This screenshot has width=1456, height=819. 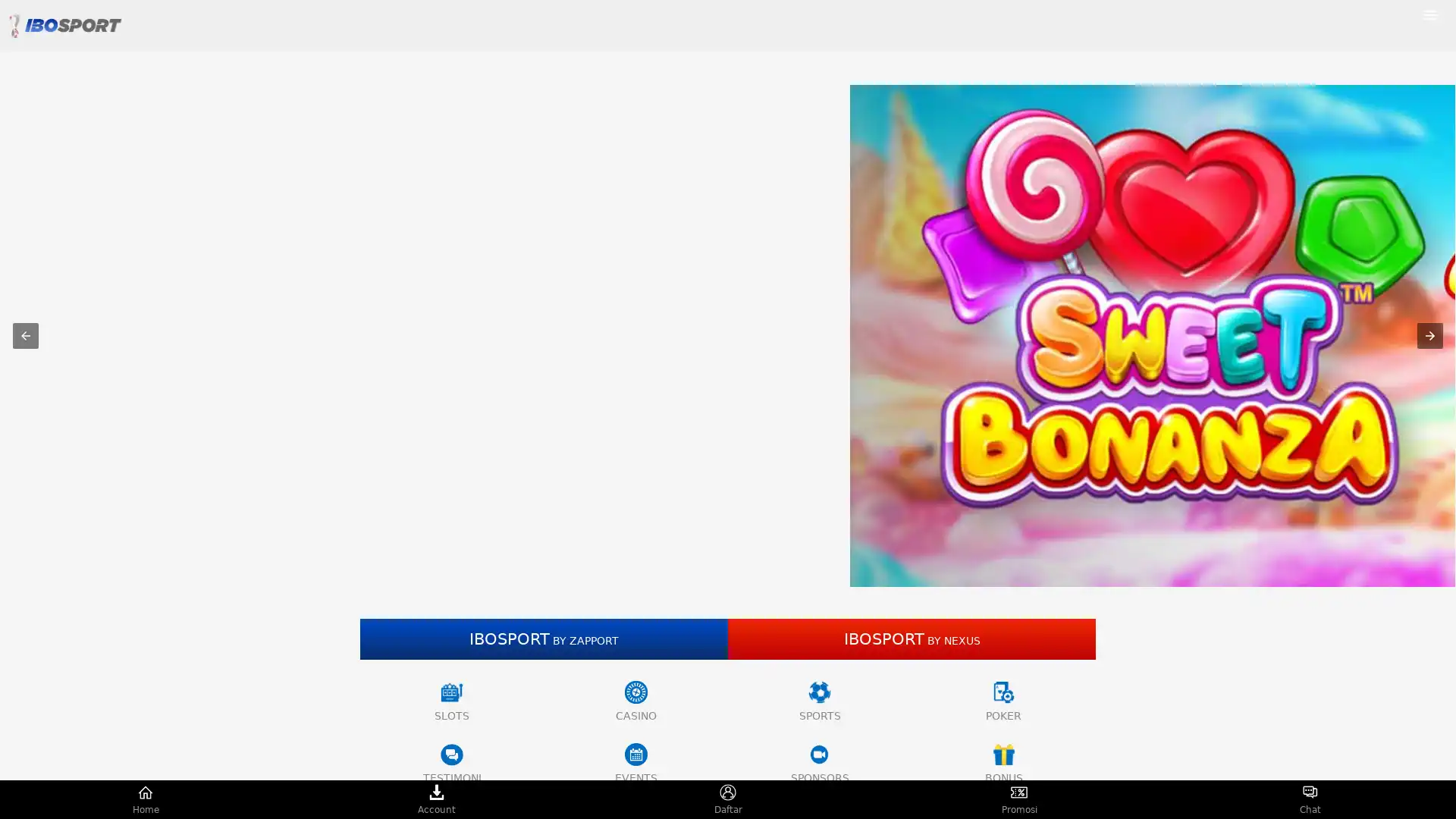 What do you see at coordinates (1429, 335) in the screenshot?
I see `Next item in carousel (1 of 5)` at bounding box center [1429, 335].